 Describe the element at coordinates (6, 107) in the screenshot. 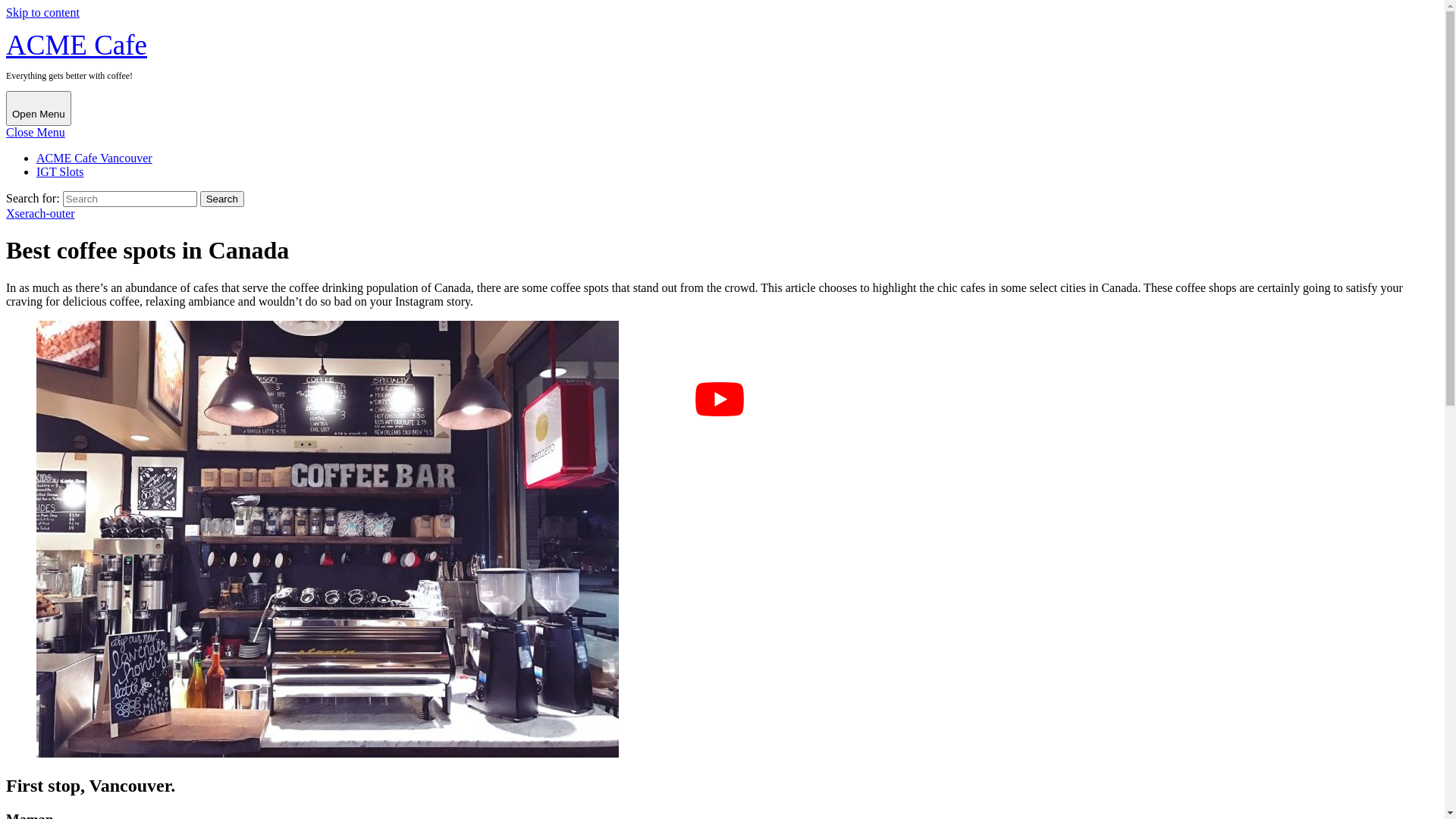

I see `'Open Menu'` at that location.